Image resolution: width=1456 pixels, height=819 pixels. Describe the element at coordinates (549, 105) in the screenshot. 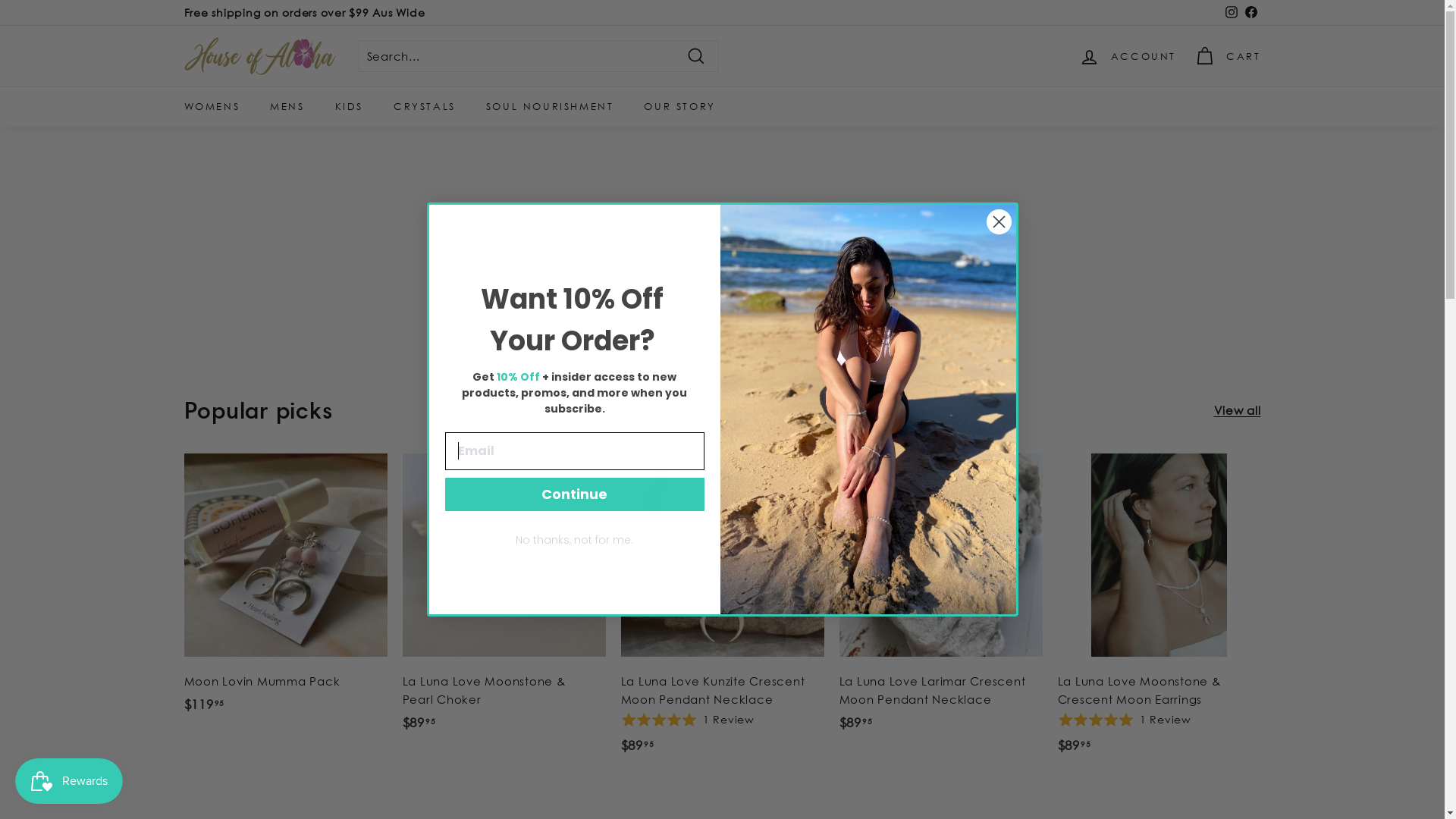

I see `'SOUL NOURISHMENT'` at that location.